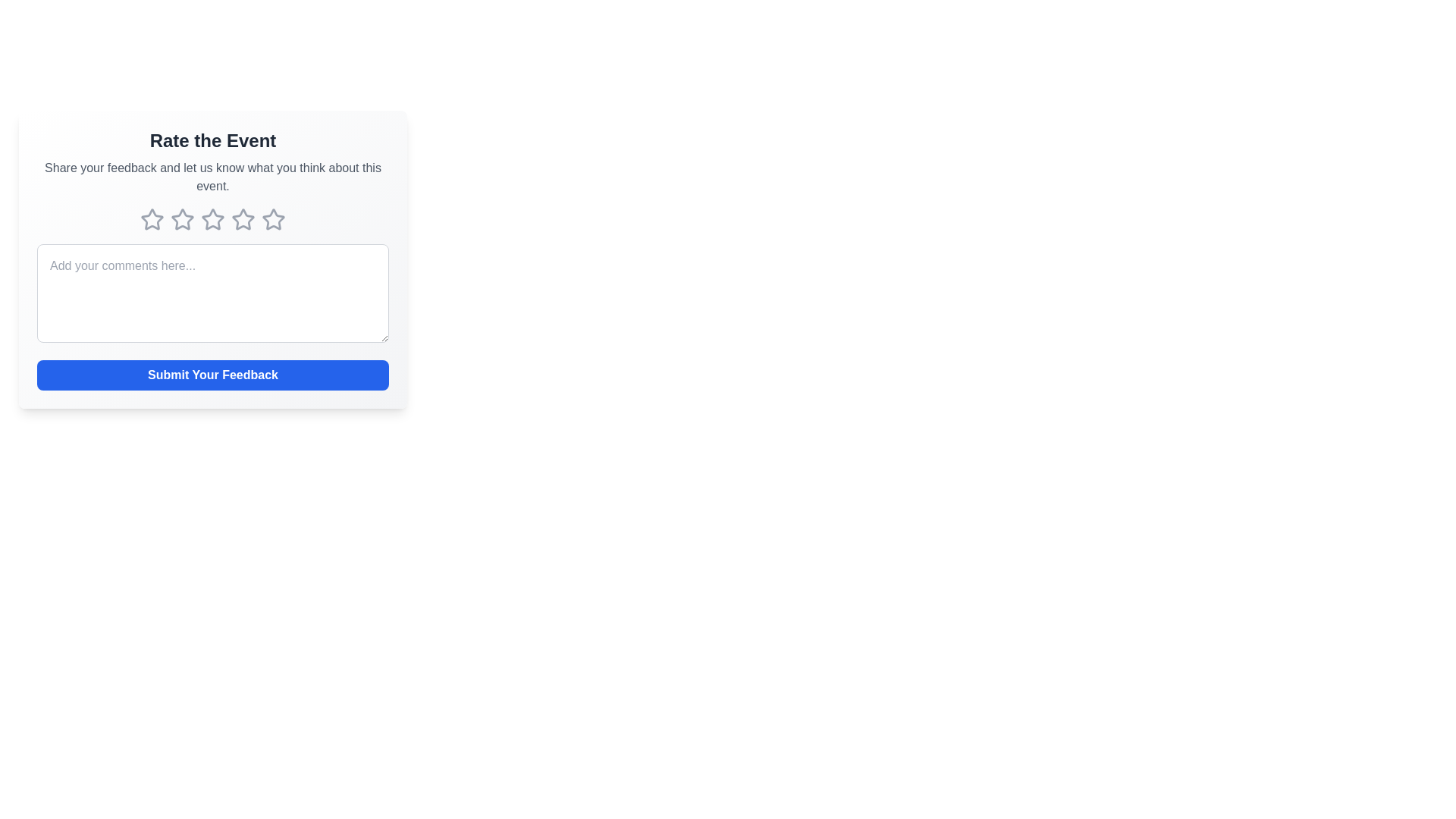  What do you see at coordinates (243, 219) in the screenshot?
I see `the third star icon in the 'Rate the Event' feedback section` at bounding box center [243, 219].